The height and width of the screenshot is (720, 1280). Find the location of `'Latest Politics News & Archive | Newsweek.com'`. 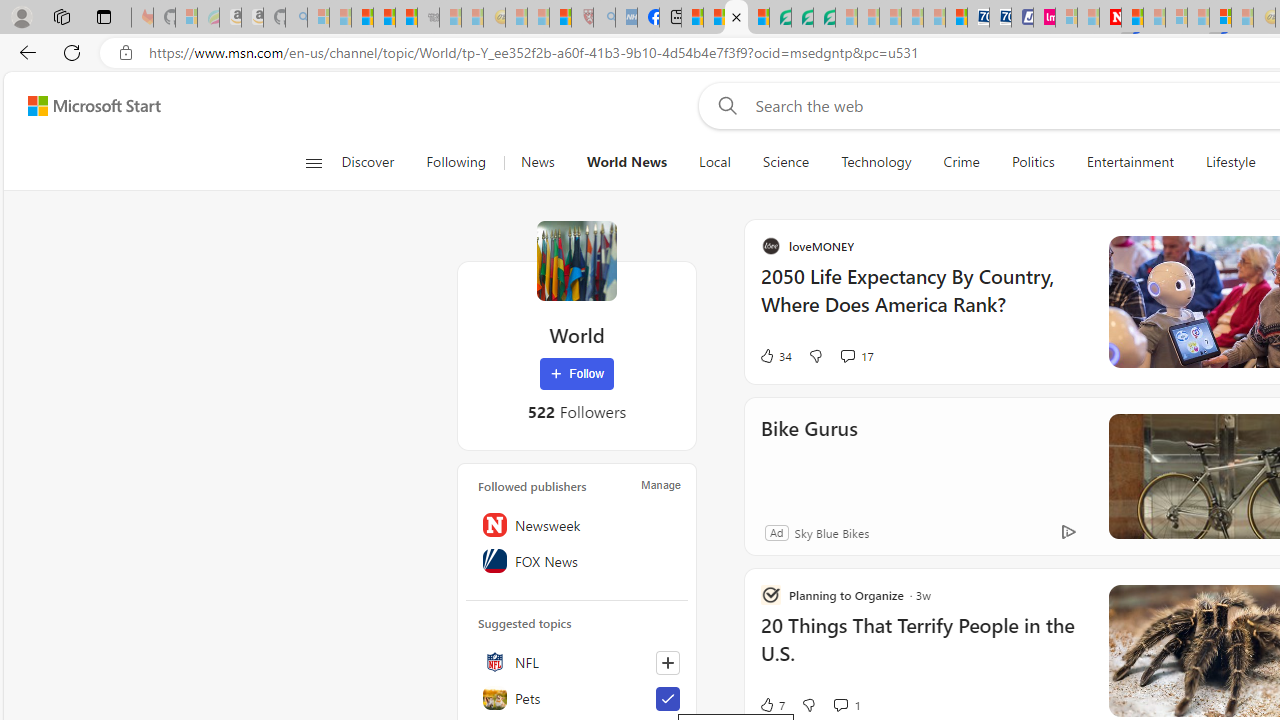

'Latest Politics News & Archive | Newsweek.com' is located at coordinates (1109, 17).